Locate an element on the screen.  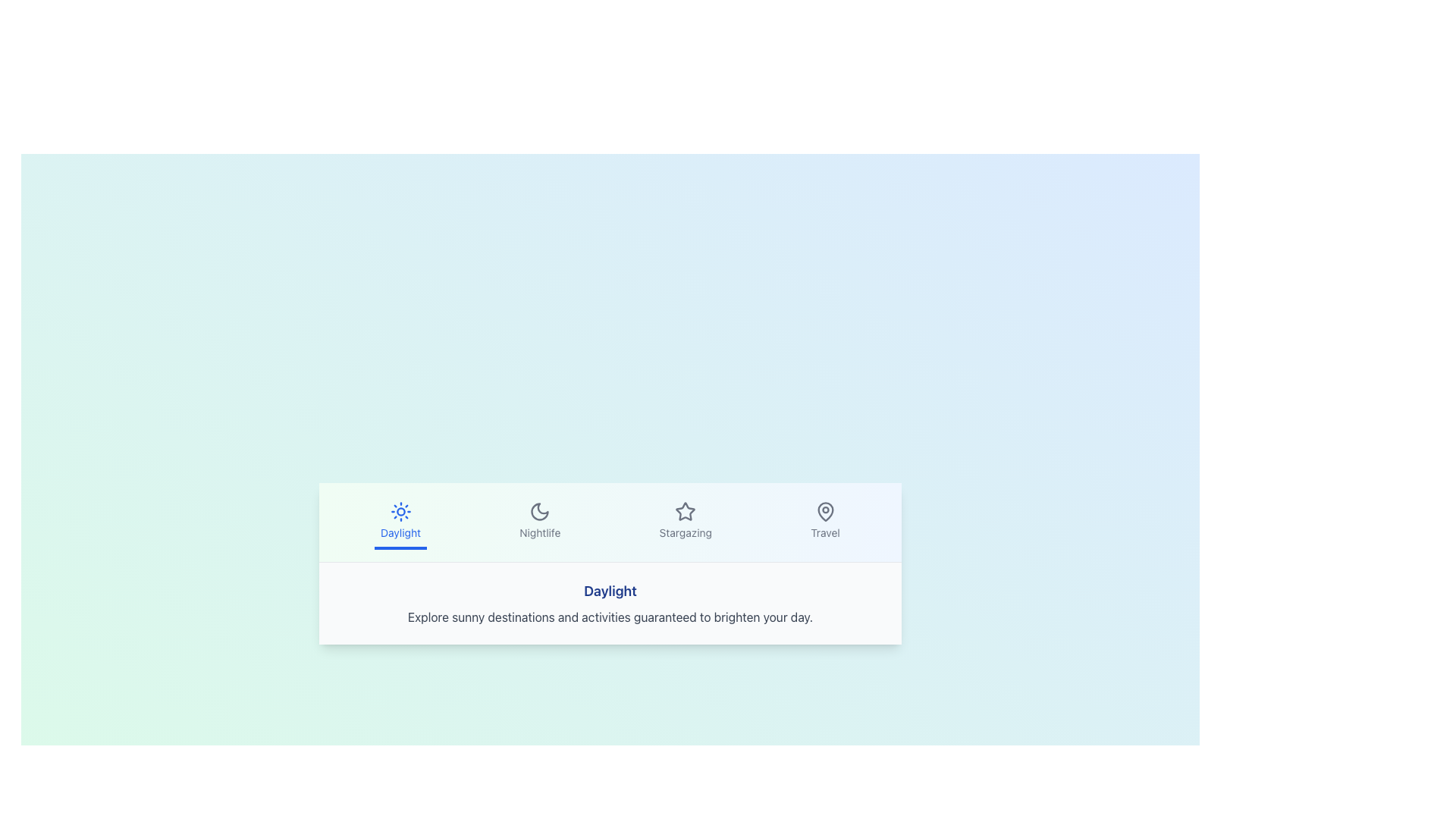
the outlined star icon in the 'Stargazing' group located in the navigation bar is located at coordinates (685, 511).